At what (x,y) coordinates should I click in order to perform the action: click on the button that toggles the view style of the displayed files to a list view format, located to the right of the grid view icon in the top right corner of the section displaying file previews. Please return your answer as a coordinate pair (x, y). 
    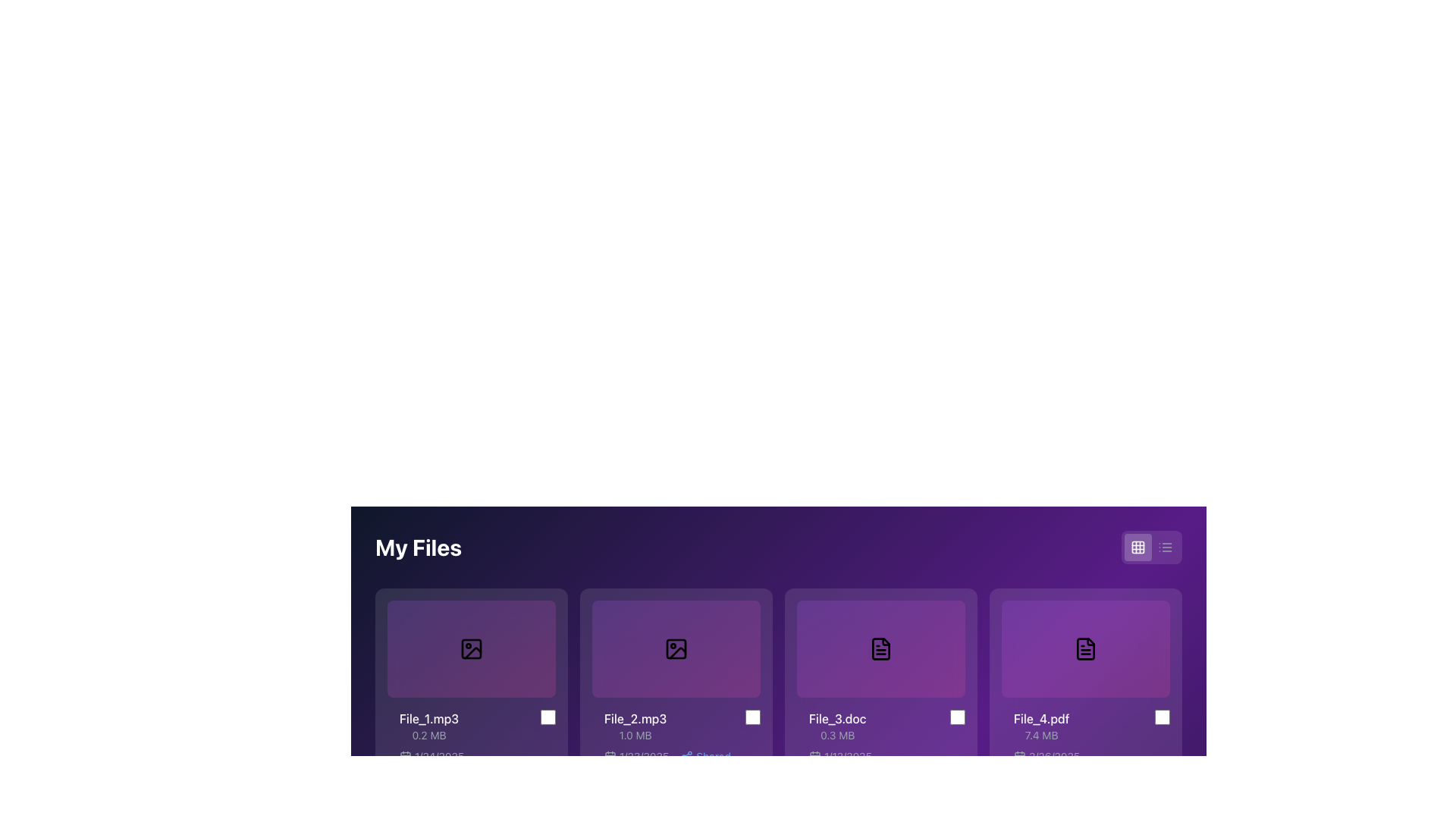
    Looking at the image, I should click on (1164, 547).